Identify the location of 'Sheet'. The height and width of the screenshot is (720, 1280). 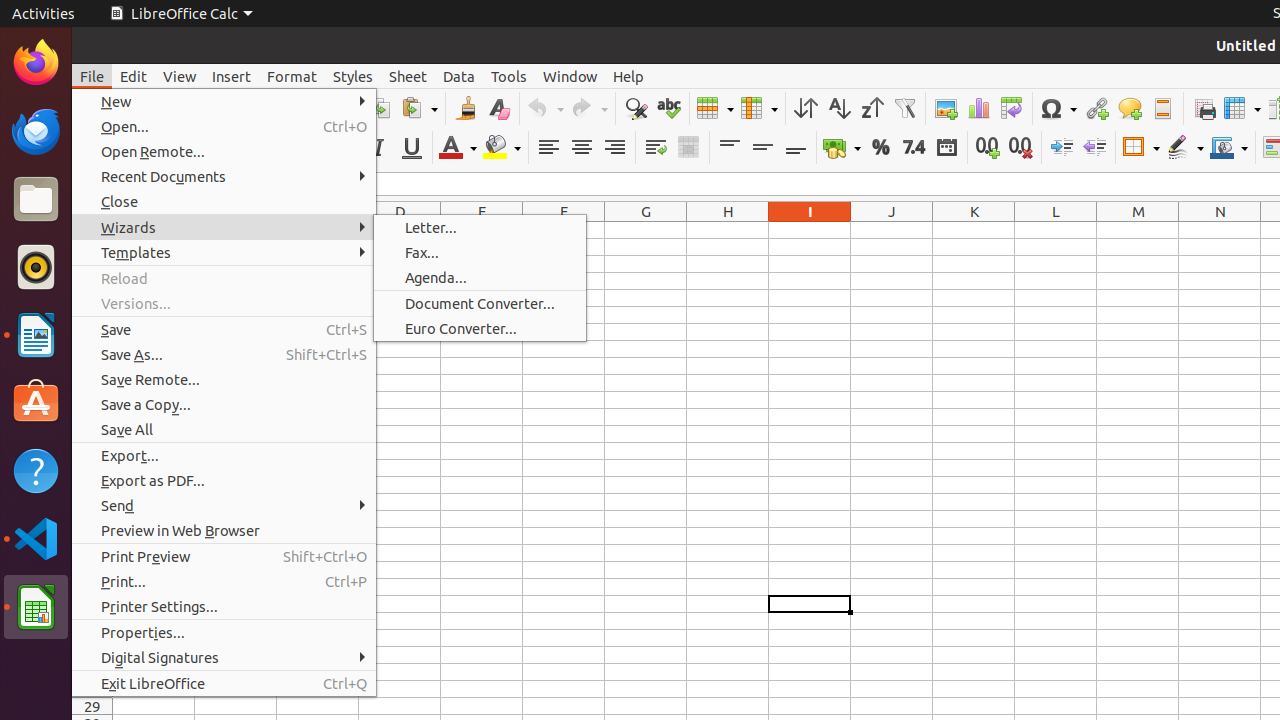
(406, 75).